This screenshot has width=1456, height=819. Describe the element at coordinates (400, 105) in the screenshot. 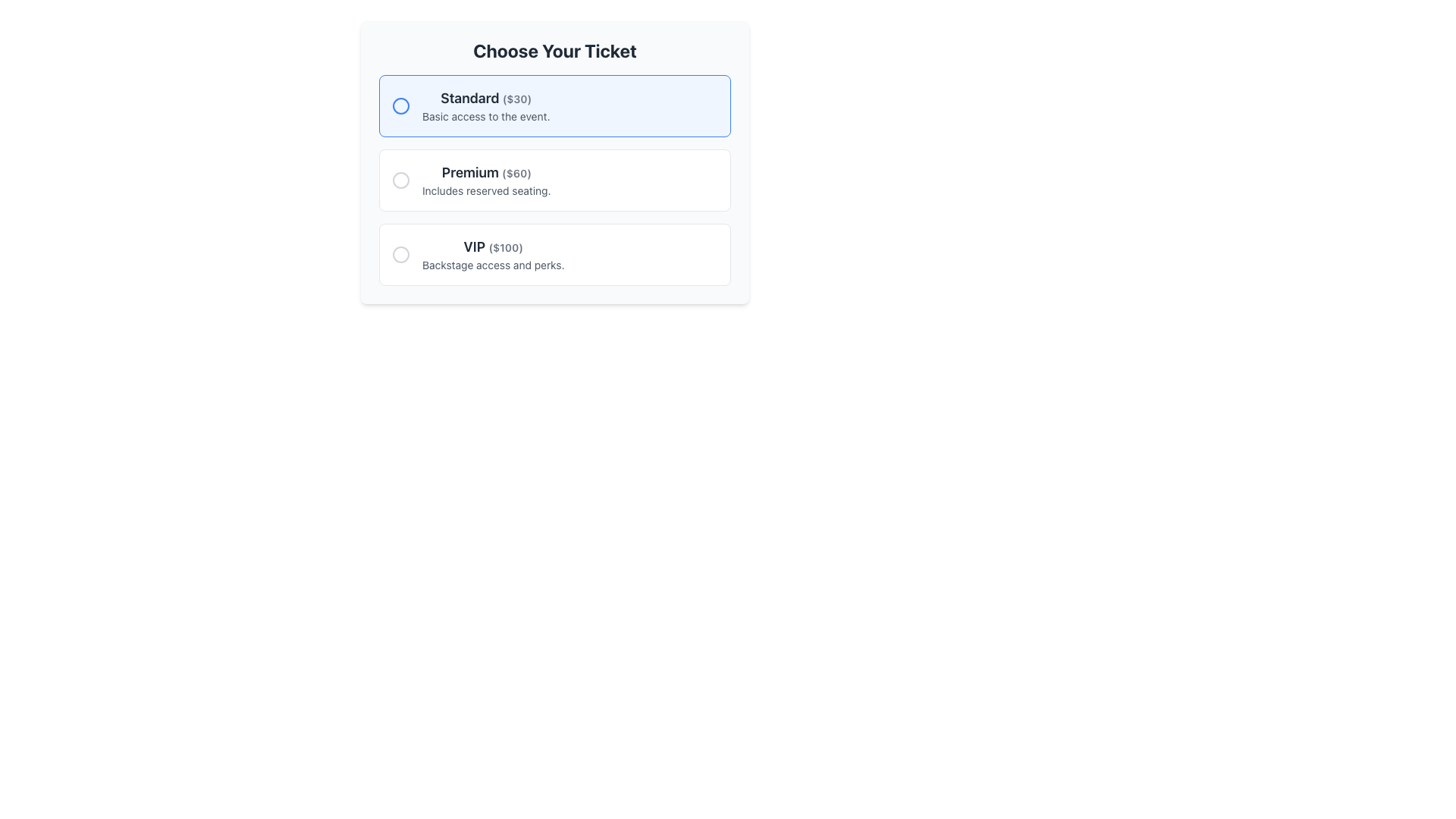

I see `the radio button located to the left of the text 'Standard ($30)'` at that location.